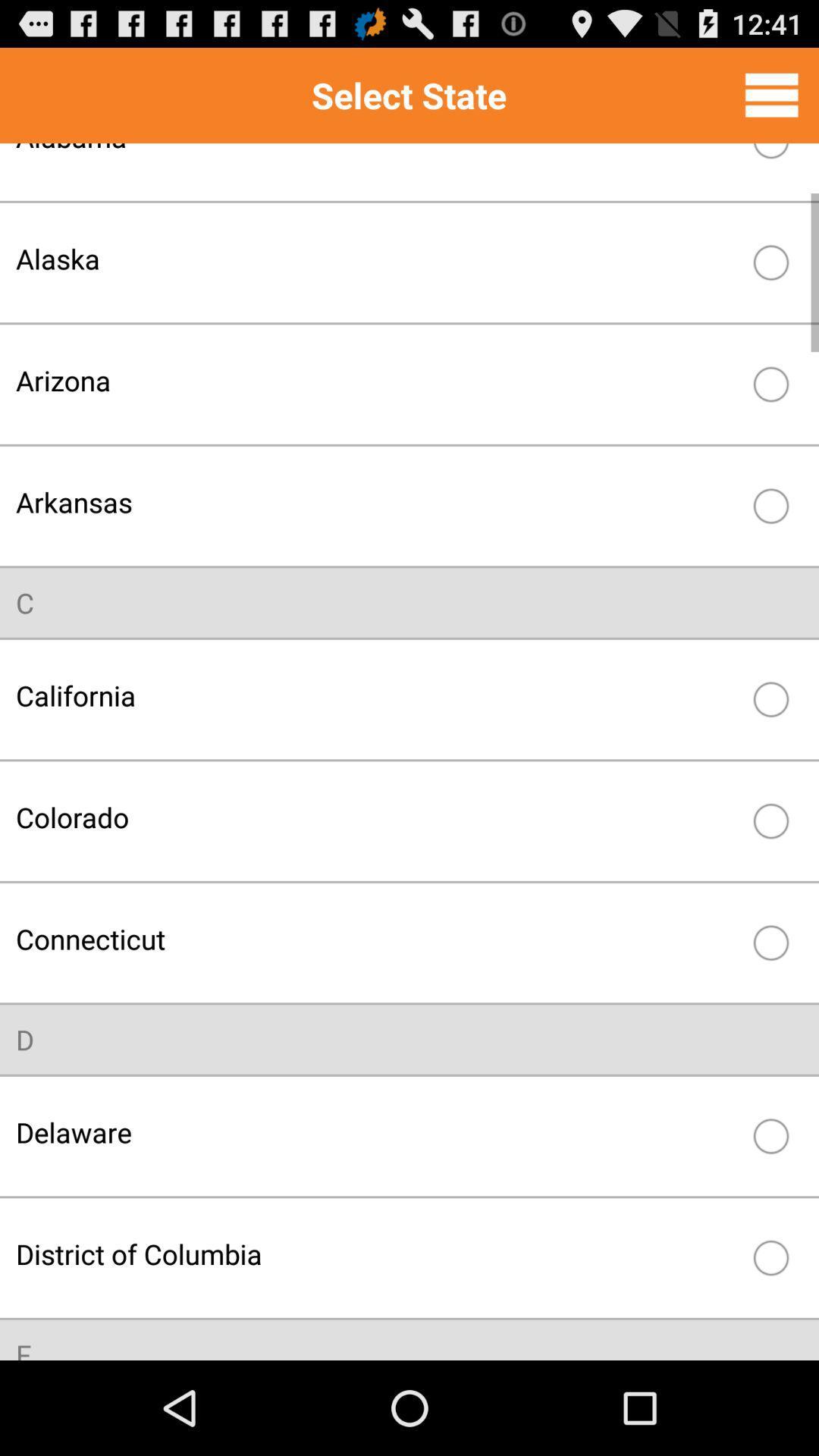 The width and height of the screenshot is (819, 1456). What do you see at coordinates (376, 259) in the screenshot?
I see `item above arizona icon` at bounding box center [376, 259].